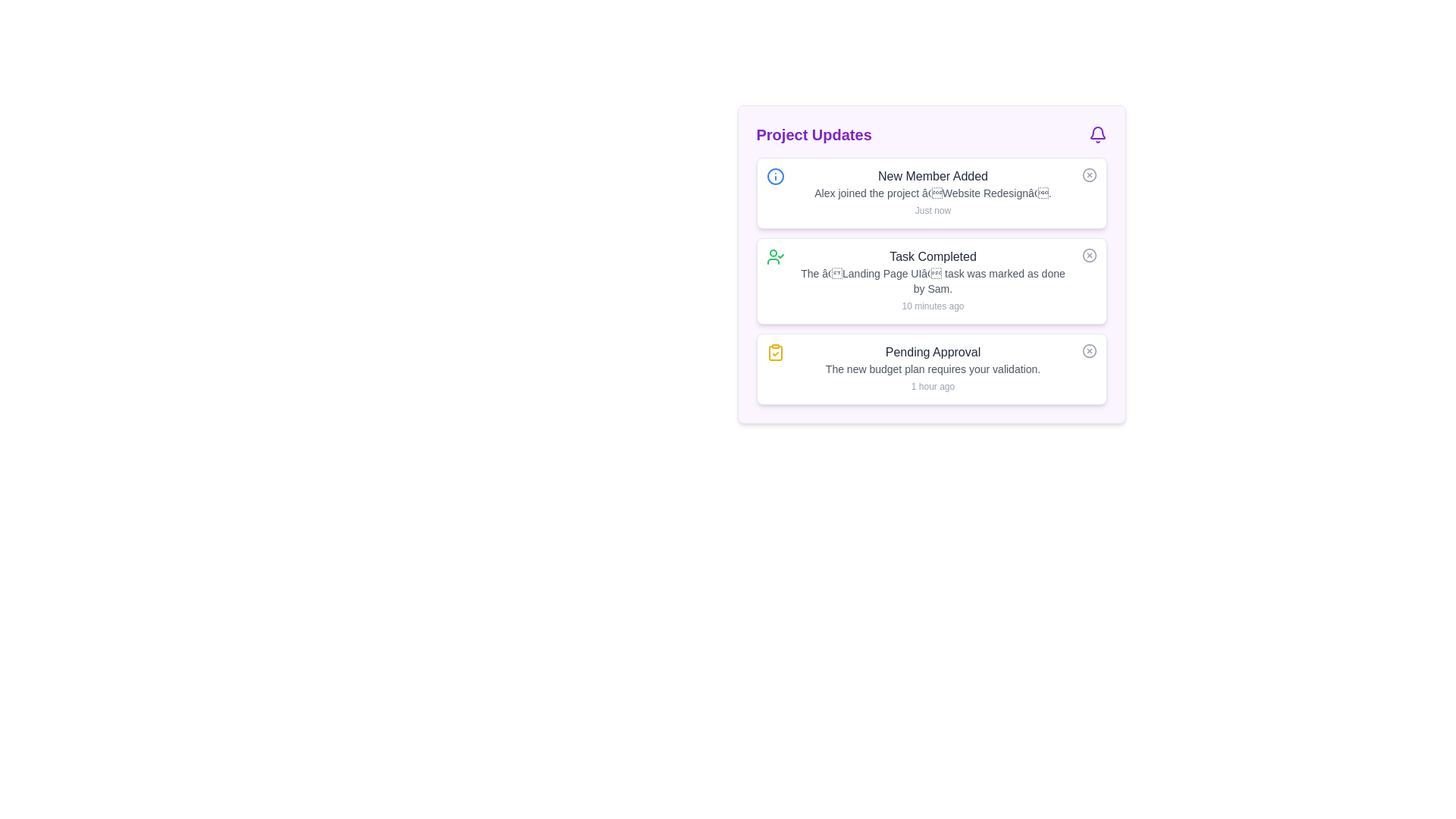 The image size is (1456, 819). I want to click on the text that provides additional details related to the notification about the new budget plan awaiting user validation, located beneath the 'Pending Approval' heading in the 'Project Updates' section, so click(932, 369).